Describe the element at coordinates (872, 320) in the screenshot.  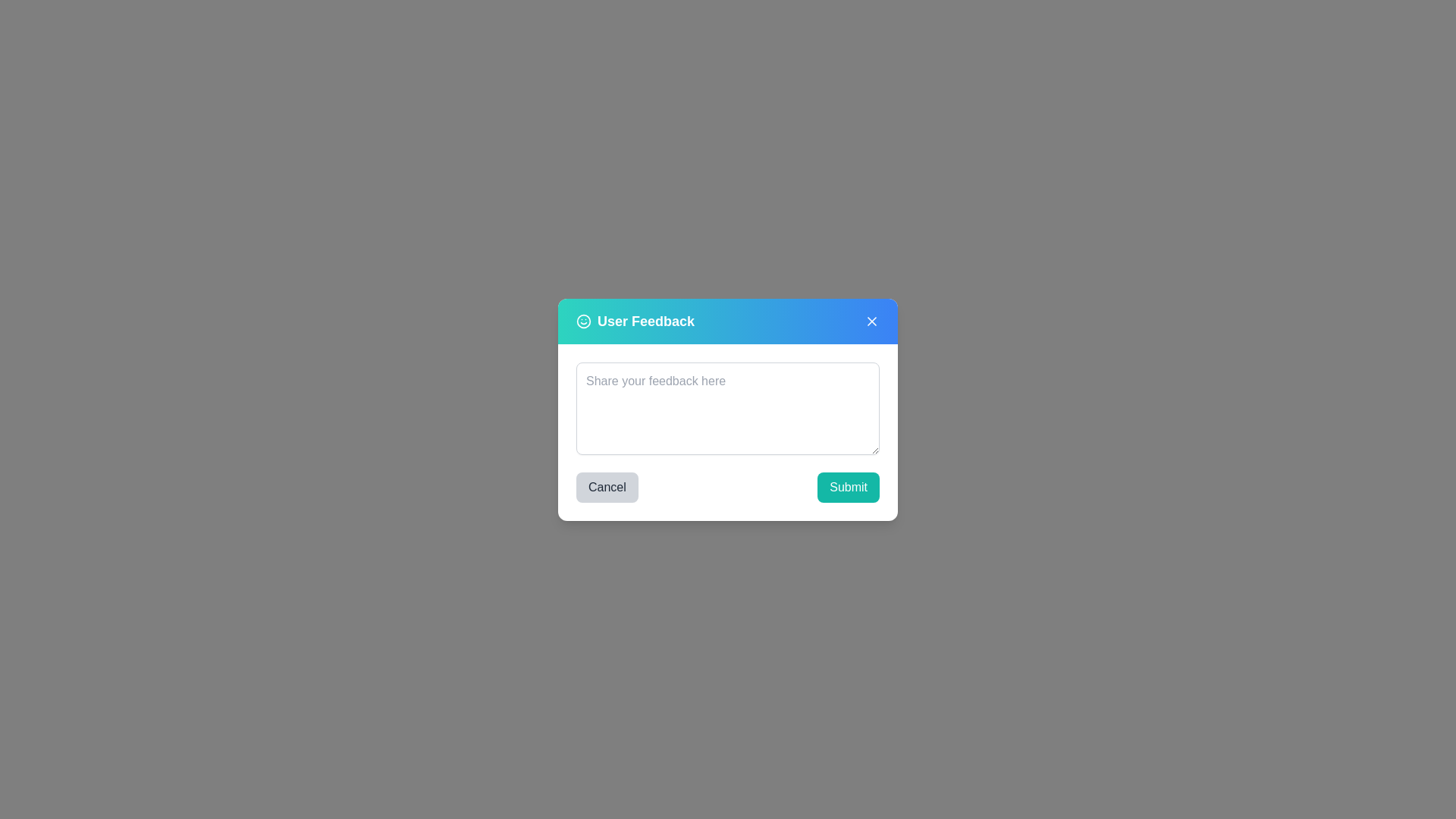
I see `the close button to close the feedback dialog` at that location.